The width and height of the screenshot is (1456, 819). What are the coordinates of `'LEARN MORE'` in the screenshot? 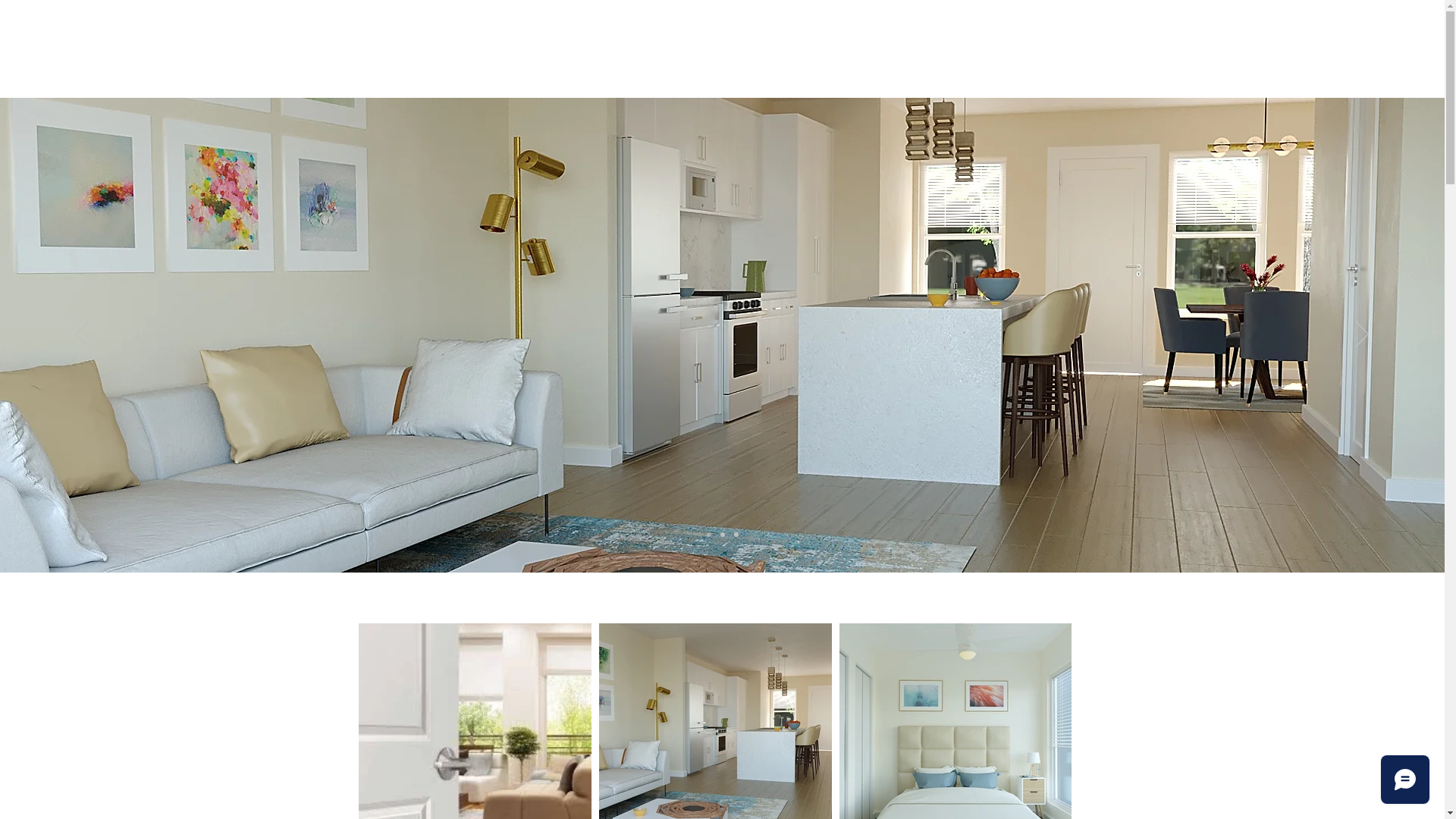 It's located at (908, 79).